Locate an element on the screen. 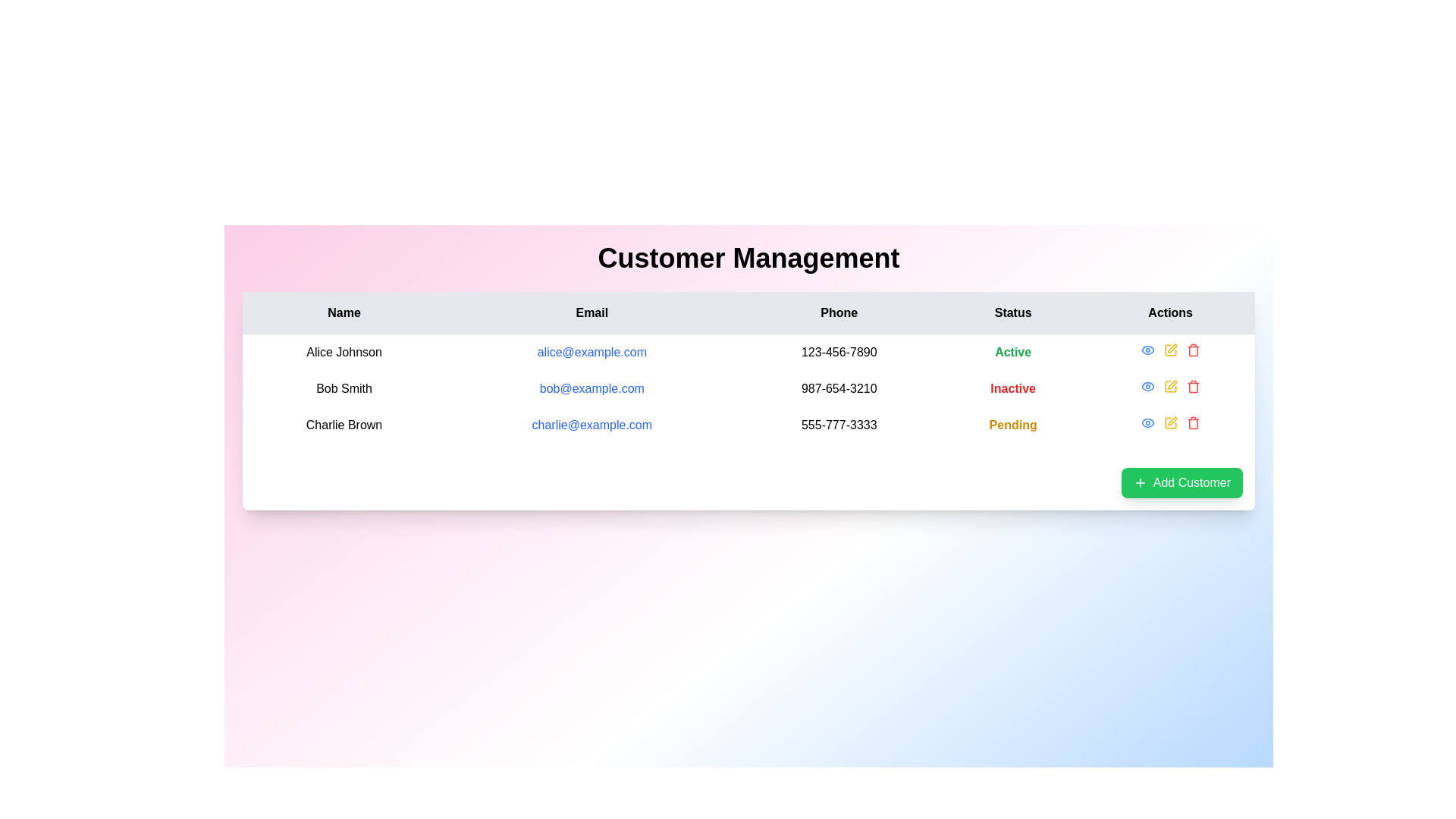  the header element indicating customer management, which is centrally aligned at the top of the content section is located at coordinates (748, 257).